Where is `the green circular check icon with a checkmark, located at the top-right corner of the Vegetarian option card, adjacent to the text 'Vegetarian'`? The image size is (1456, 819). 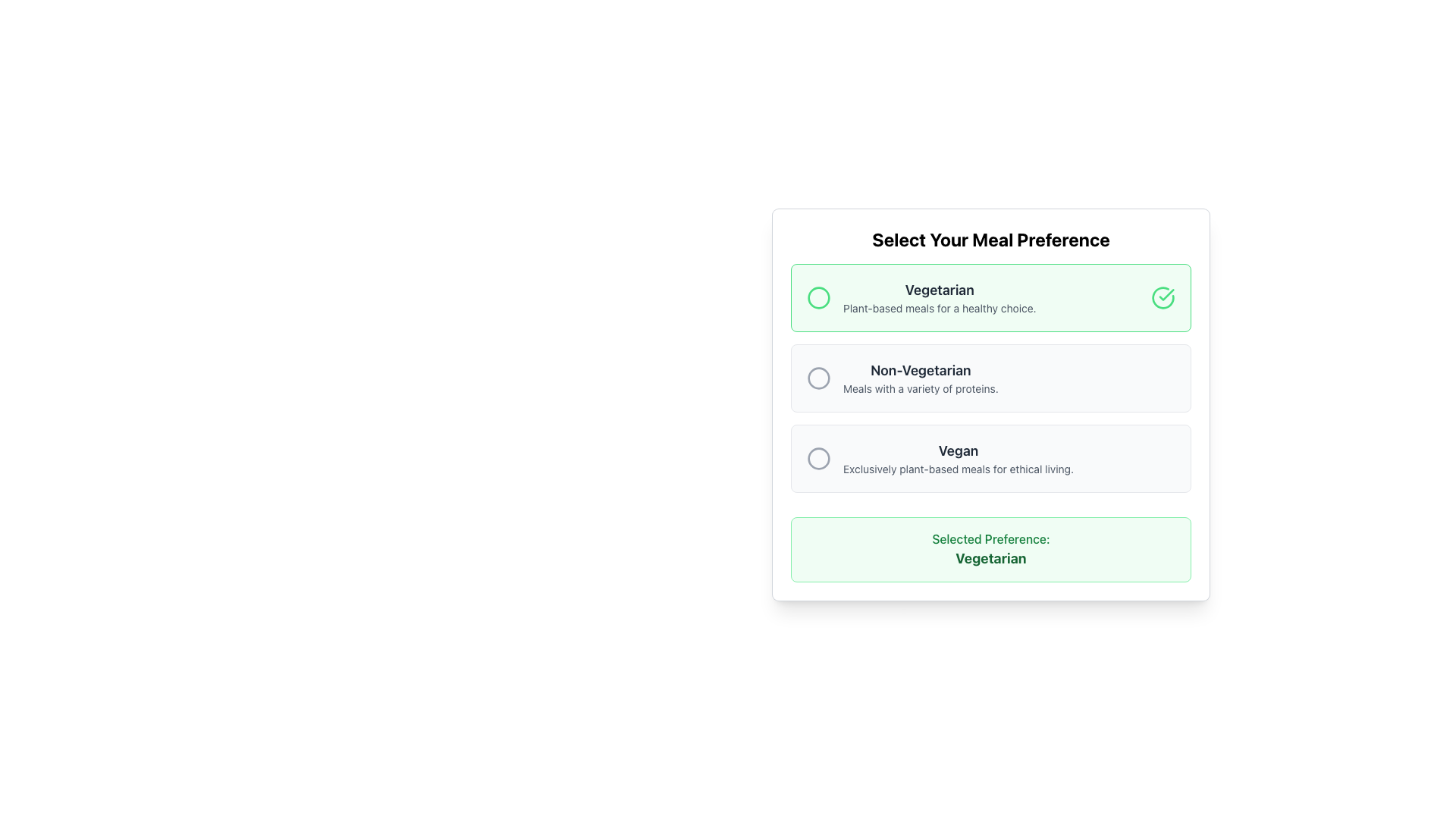
the green circular check icon with a checkmark, located at the top-right corner of the Vegetarian option card, adjacent to the text 'Vegetarian' is located at coordinates (1163, 298).